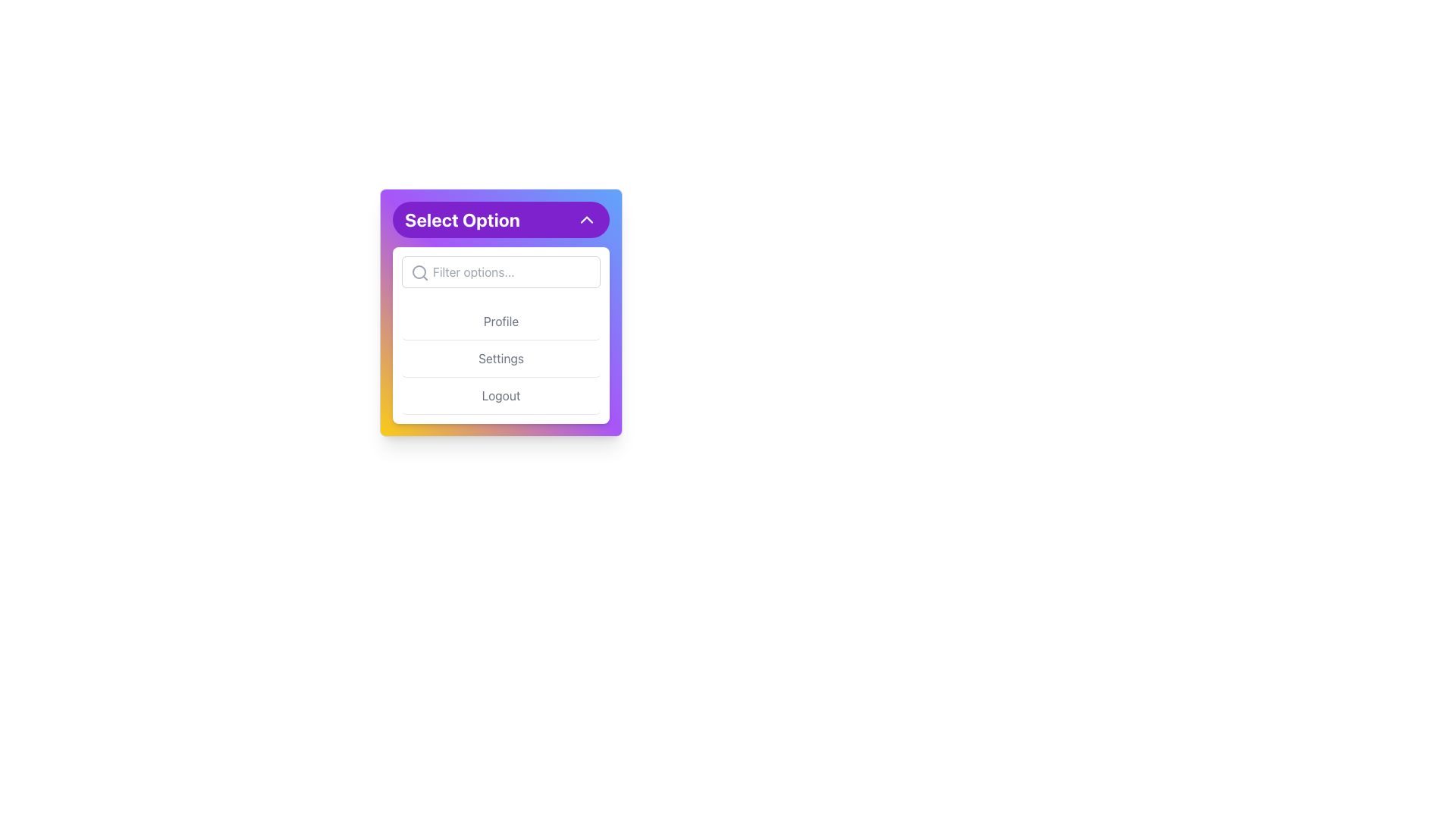  Describe the element at coordinates (419, 271) in the screenshot. I see `the decorative search icon located within the text input box, positioned towards the left edge of the input box` at that location.